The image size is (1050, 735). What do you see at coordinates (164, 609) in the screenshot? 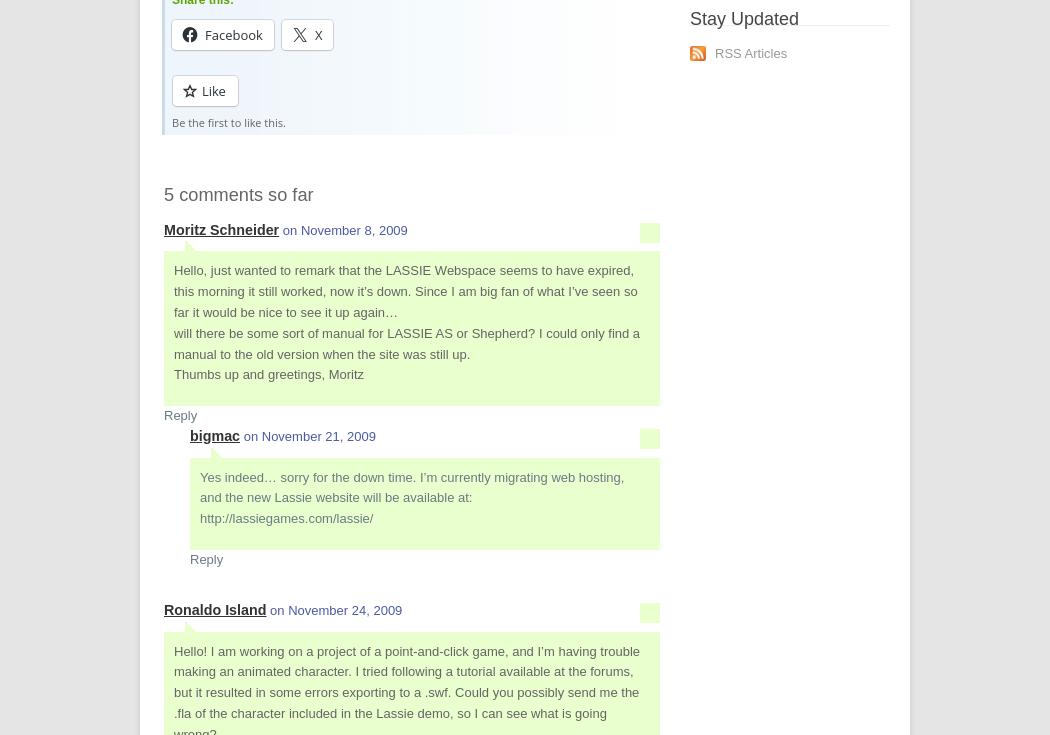
I see `'Ronaldo Island'` at bounding box center [164, 609].